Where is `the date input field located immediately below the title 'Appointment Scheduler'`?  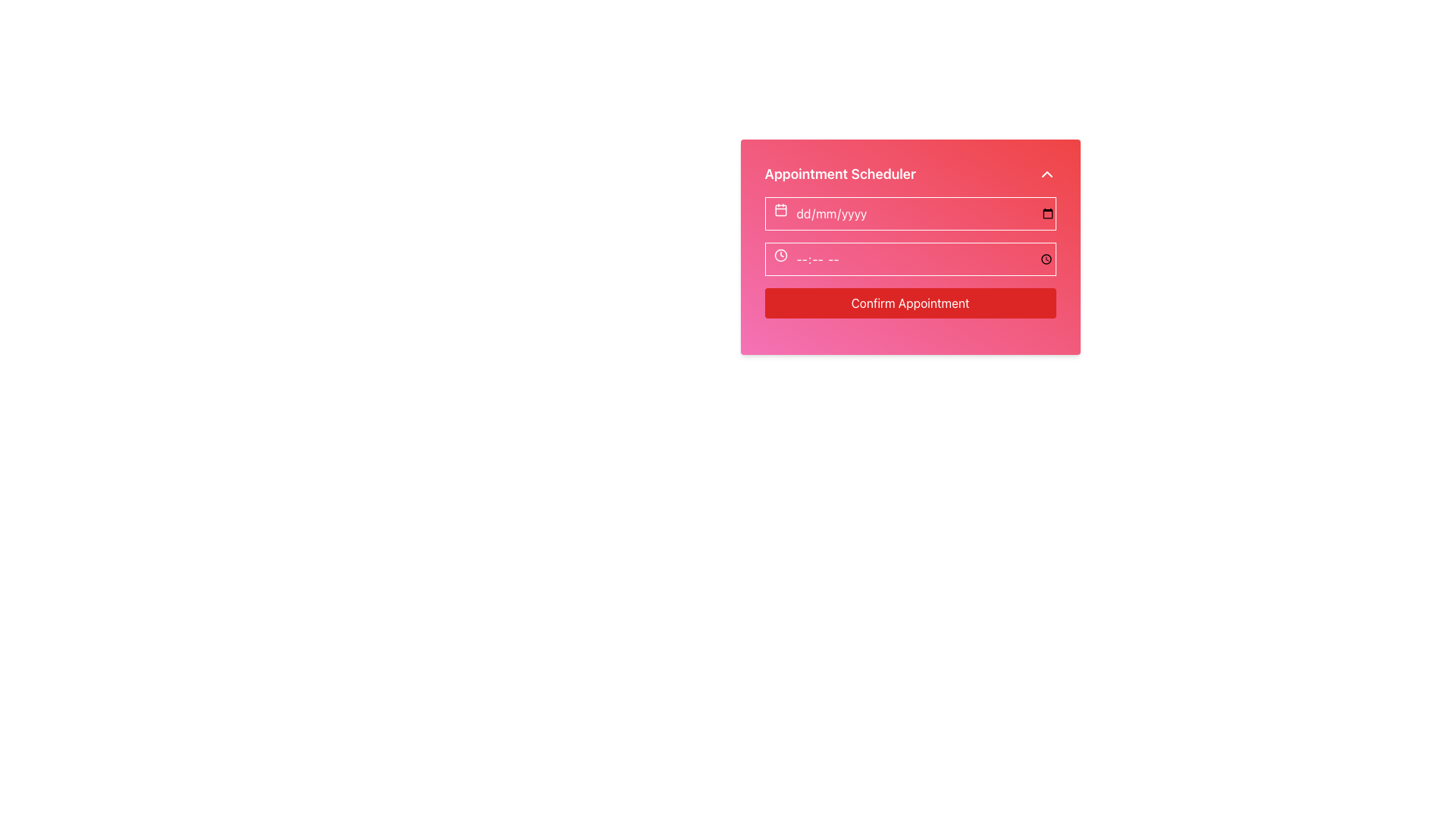
the date input field located immediately below the title 'Appointment Scheduler' is located at coordinates (910, 213).